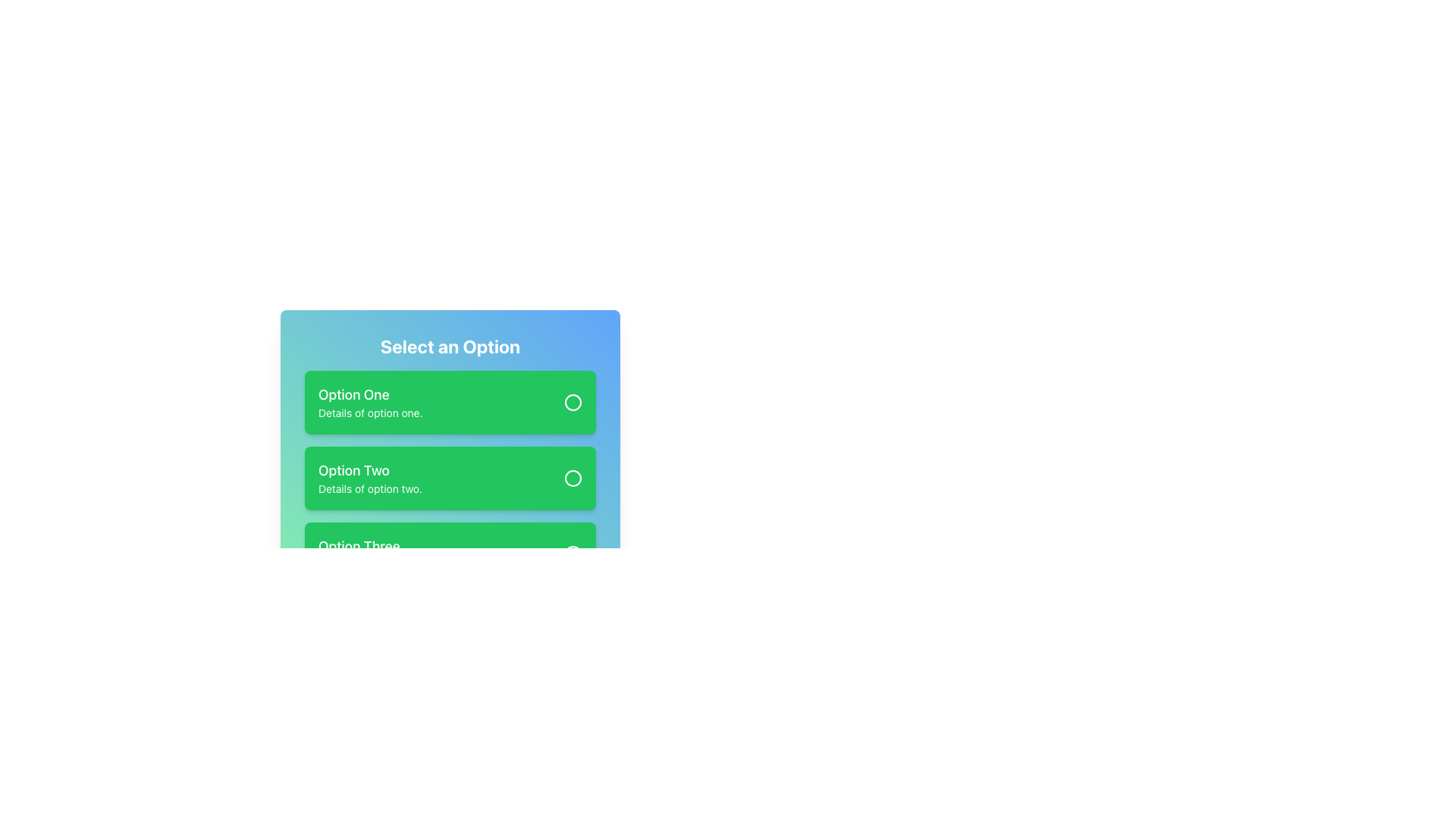  Describe the element at coordinates (370, 413) in the screenshot. I see `the text label containing the sentence 'Details of option one.' which is positioned below the 'Option One' label on a green background` at that location.